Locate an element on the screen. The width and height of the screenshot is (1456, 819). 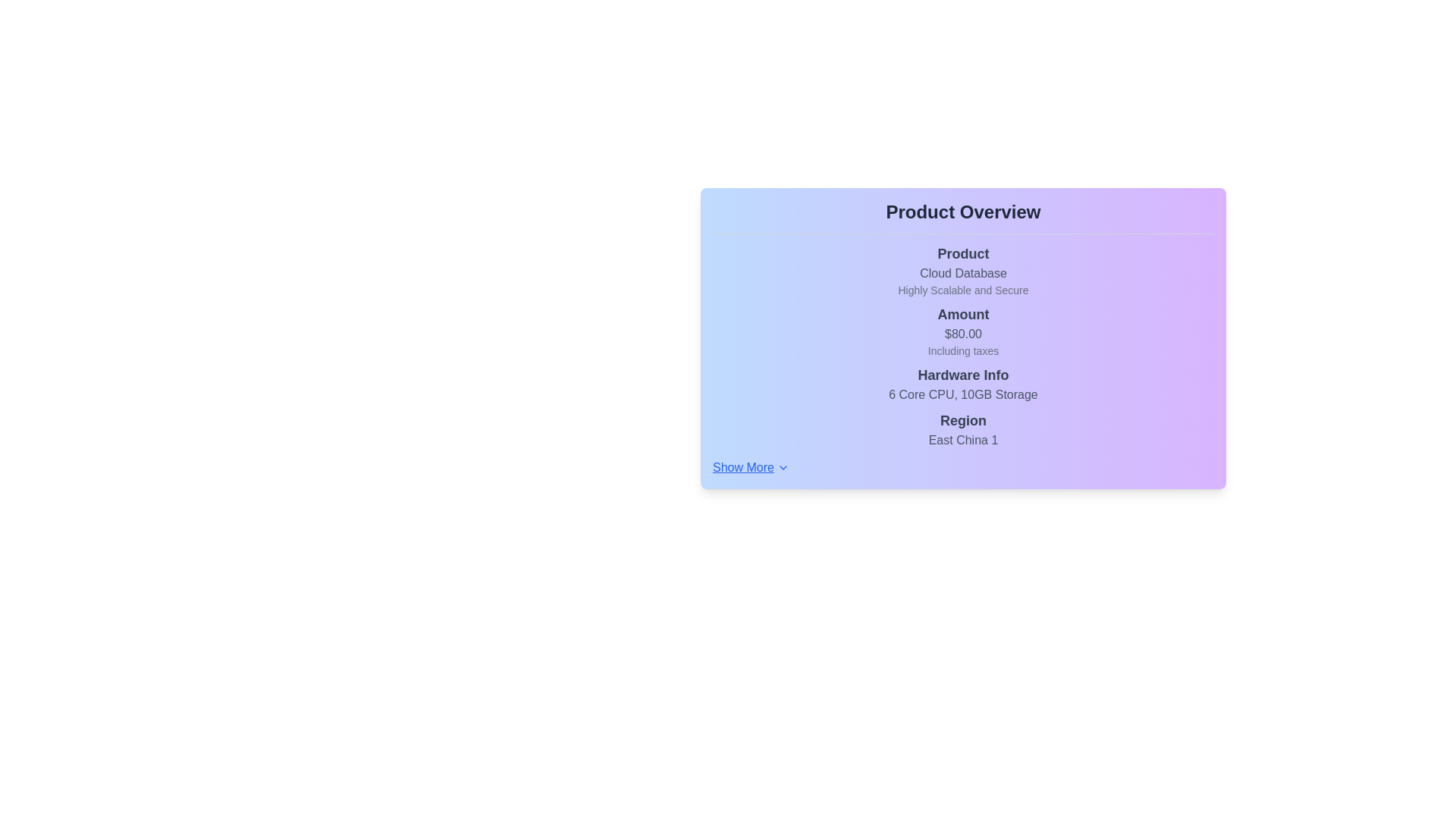
the text label reading 'Region', which is styled in bold and dark gray, located above the text 'East China 1' in the 'Product Overview' panel is located at coordinates (962, 421).